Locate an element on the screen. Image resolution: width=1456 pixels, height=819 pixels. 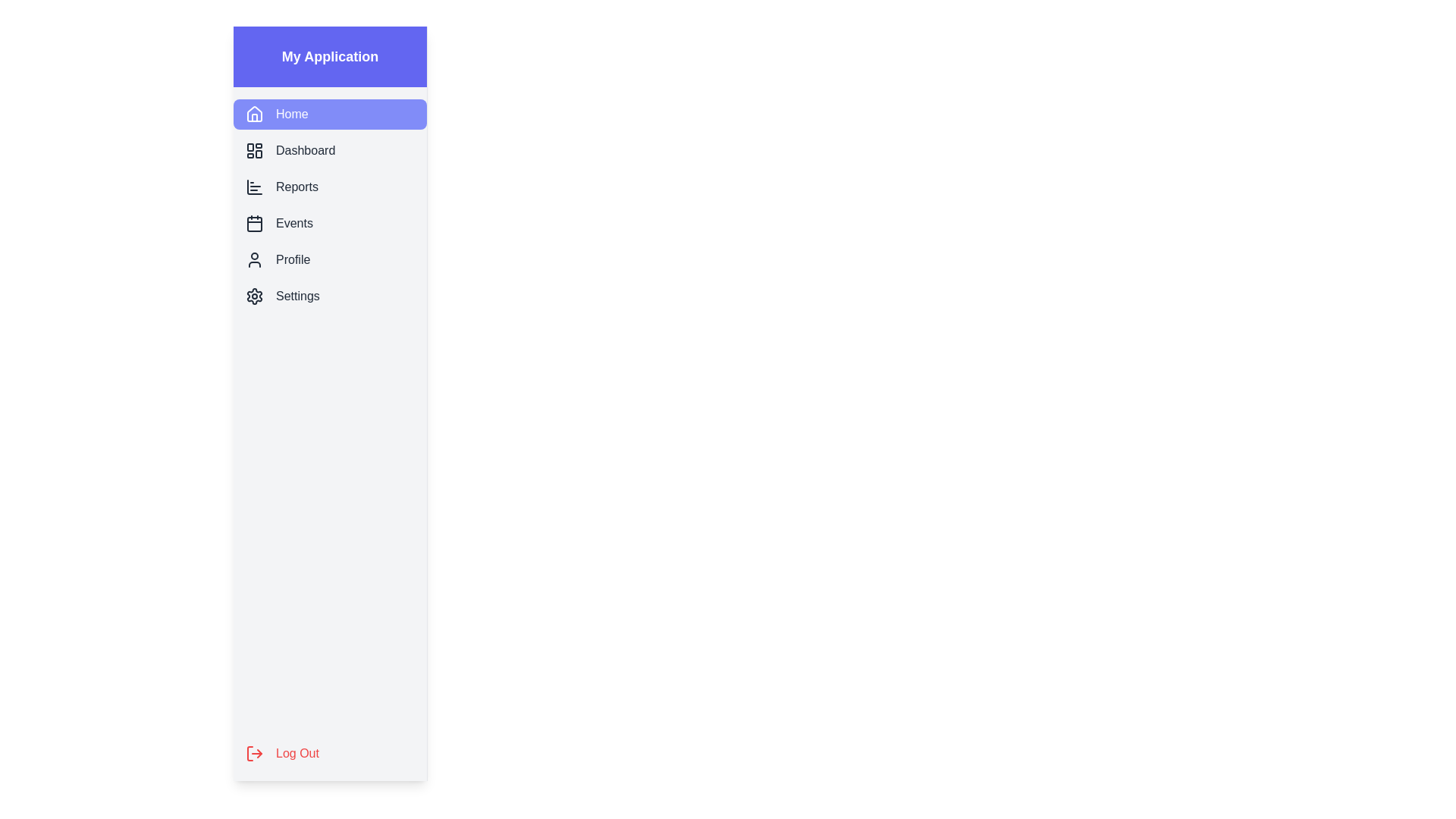
the calendar icon located in the sidebar navigation menu, which is the third icon from the top and positioned to the left of the 'Events' text is located at coordinates (255, 223).